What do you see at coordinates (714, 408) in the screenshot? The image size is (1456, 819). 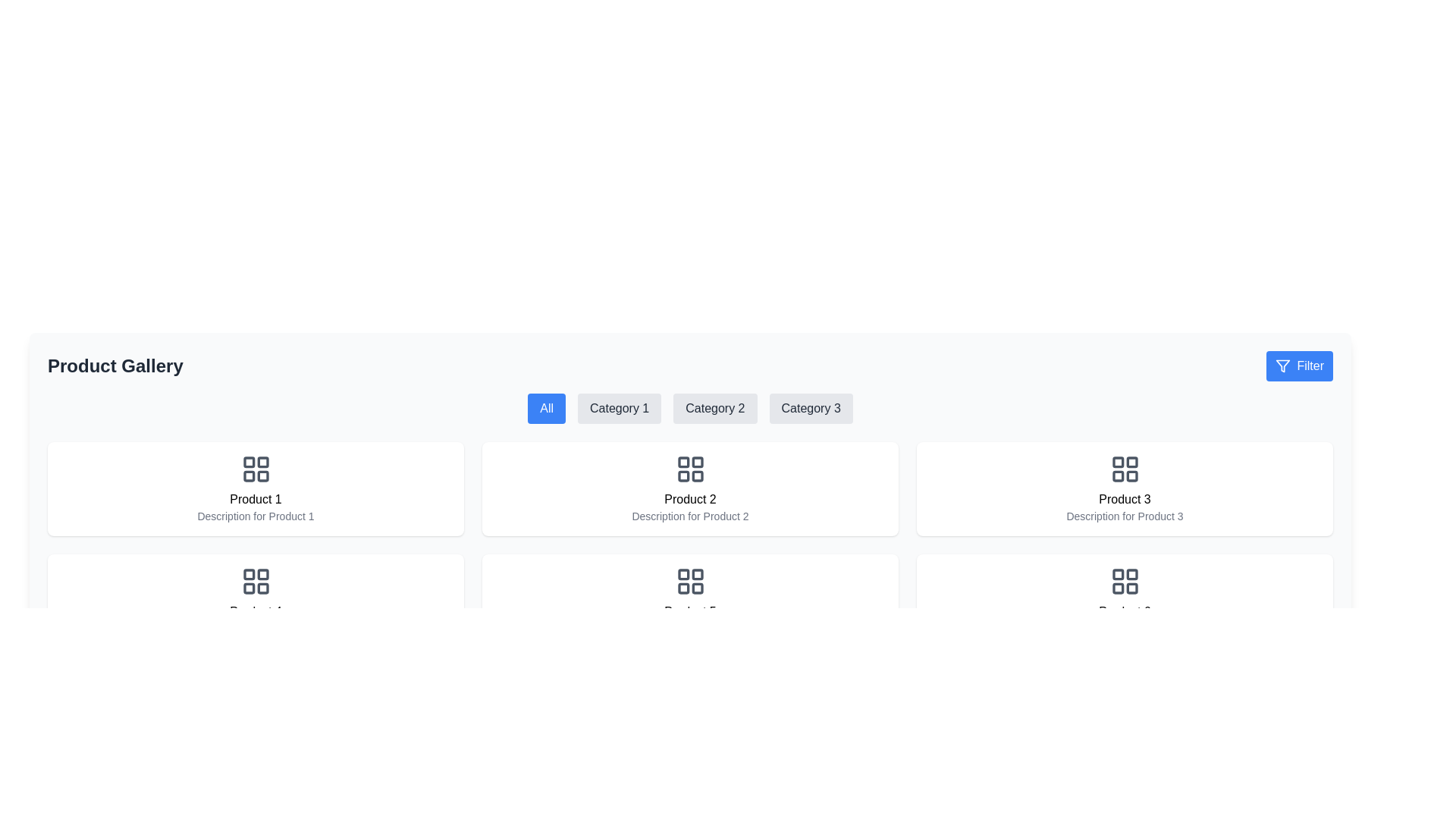 I see `the 'Category 2' button` at bounding box center [714, 408].